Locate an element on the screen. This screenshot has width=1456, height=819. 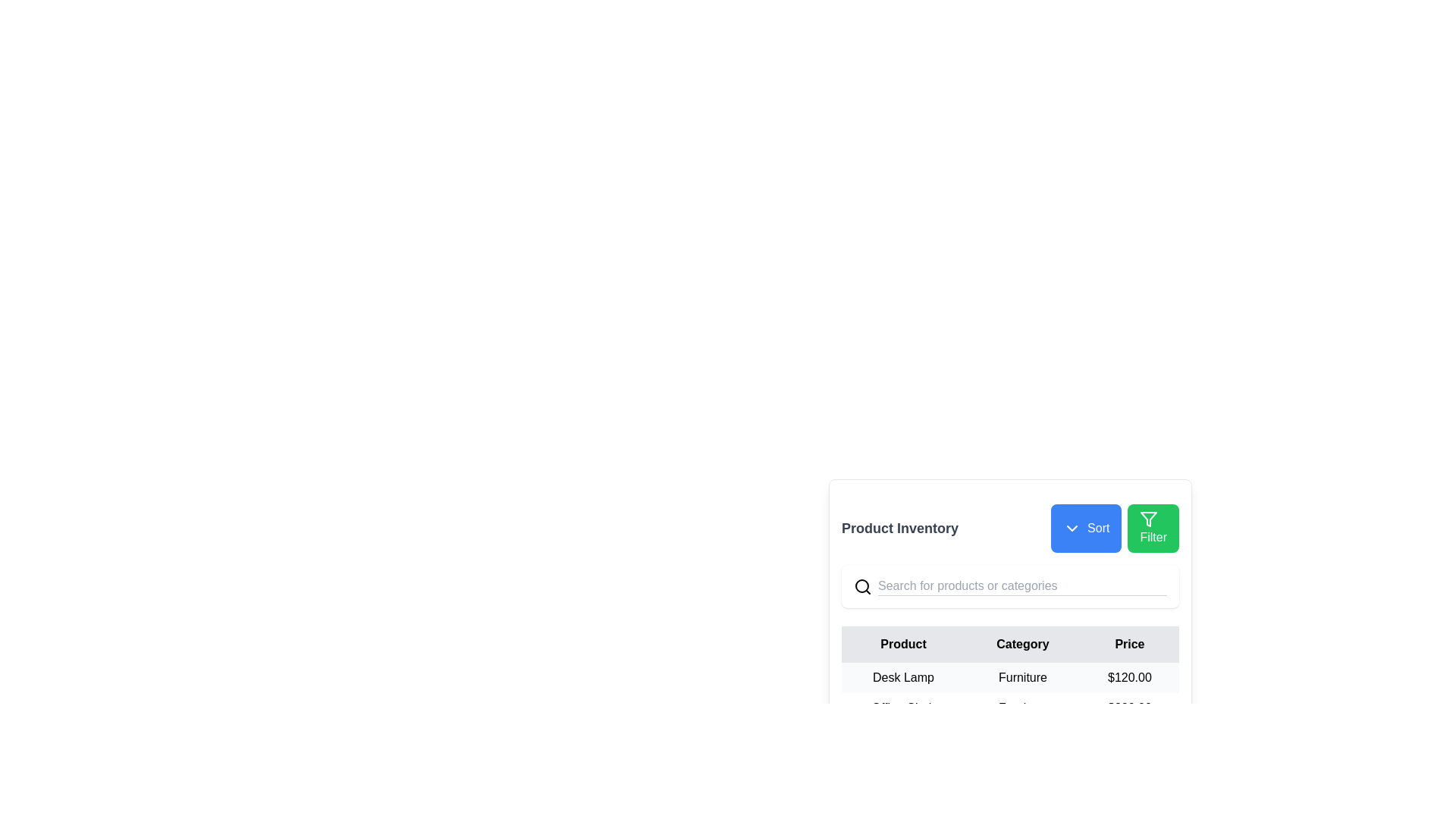
the 'Filter' icon located within a green-buttoned 'Filter' component is located at coordinates (1149, 519).